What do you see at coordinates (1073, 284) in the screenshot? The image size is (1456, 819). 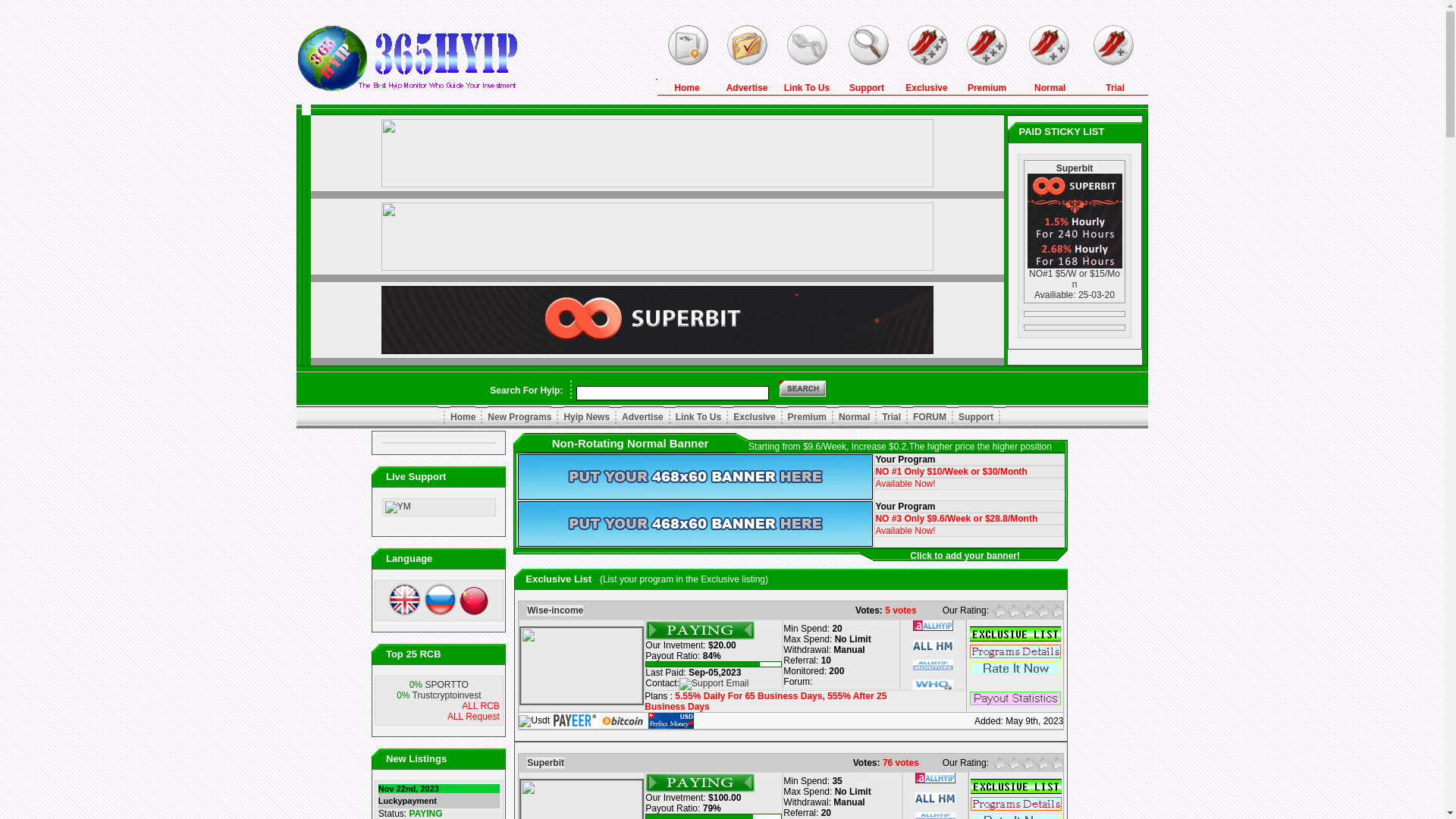 I see `'NO#1 $5/W or $15/Mon` at bounding box center [1073, 284].